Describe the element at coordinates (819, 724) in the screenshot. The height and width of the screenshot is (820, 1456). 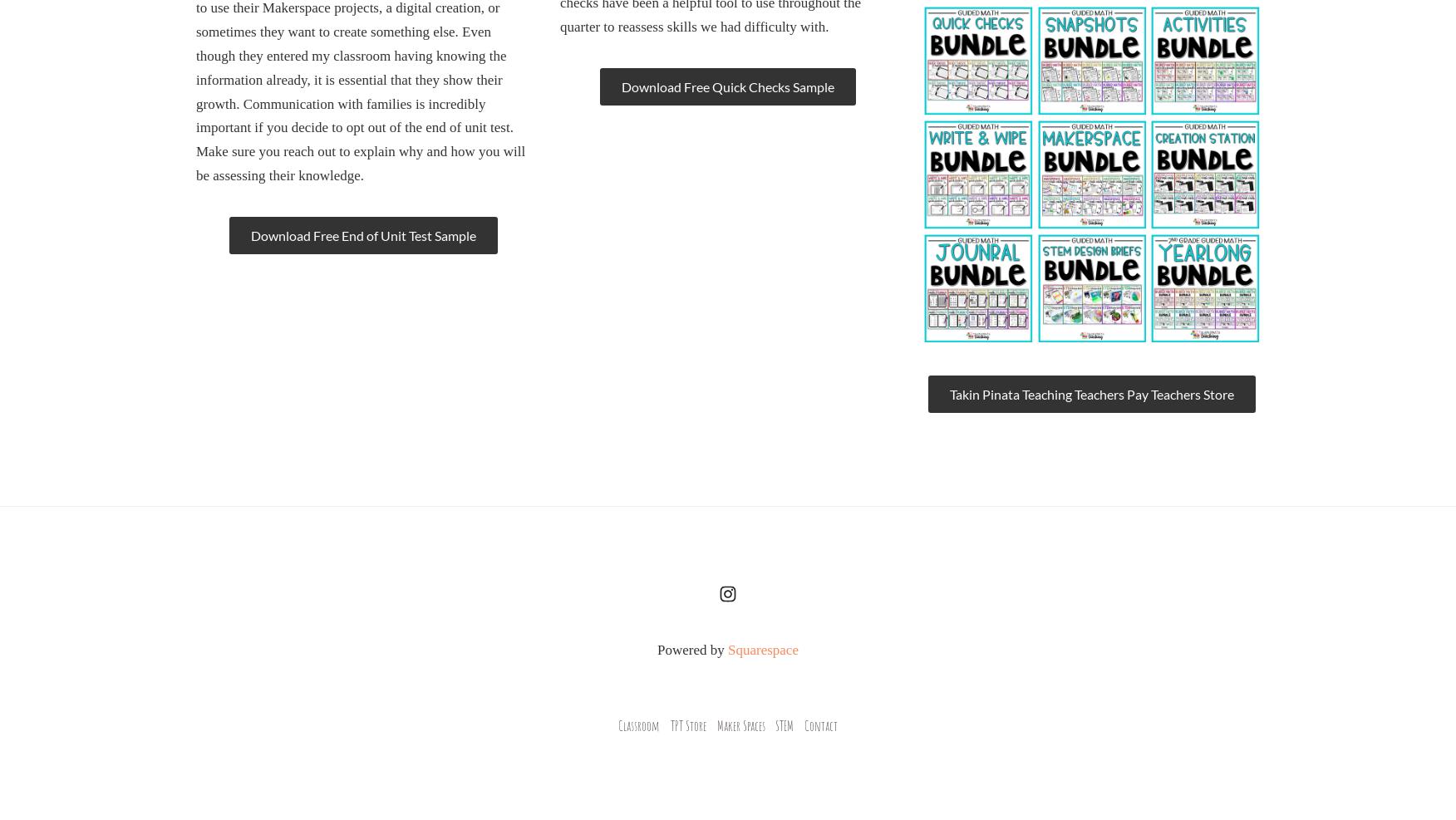
I see `'Contact'` at that location.